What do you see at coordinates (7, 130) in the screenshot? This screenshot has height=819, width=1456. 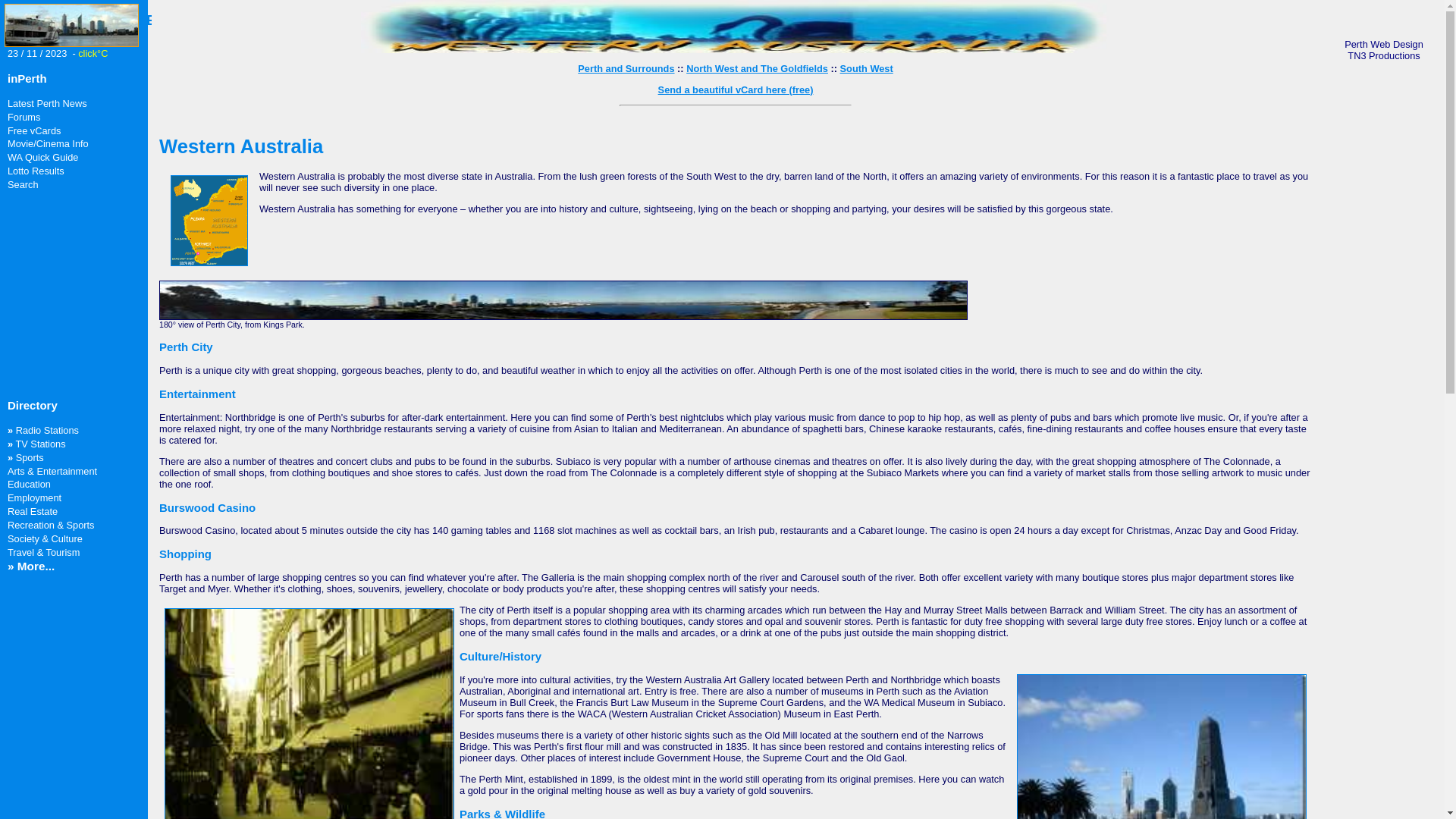 I see `'Free vCards'` at bounding box center [7, 130].